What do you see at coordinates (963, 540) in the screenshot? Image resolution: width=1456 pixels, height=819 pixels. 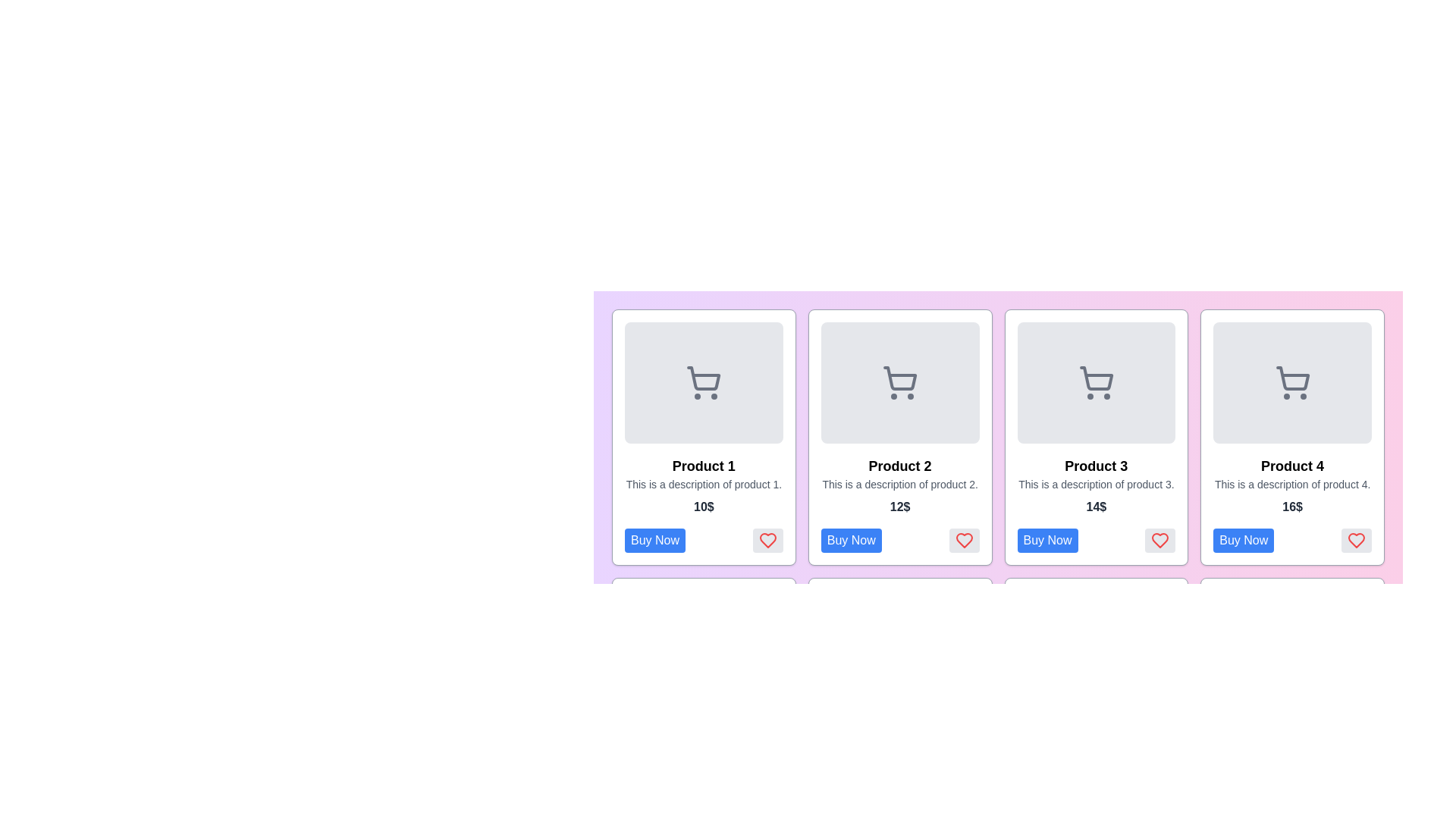 I see `the heart icon within the product card for 'Product 2' to mark or unmark it as a favorite` at bounding box center [963, 540].